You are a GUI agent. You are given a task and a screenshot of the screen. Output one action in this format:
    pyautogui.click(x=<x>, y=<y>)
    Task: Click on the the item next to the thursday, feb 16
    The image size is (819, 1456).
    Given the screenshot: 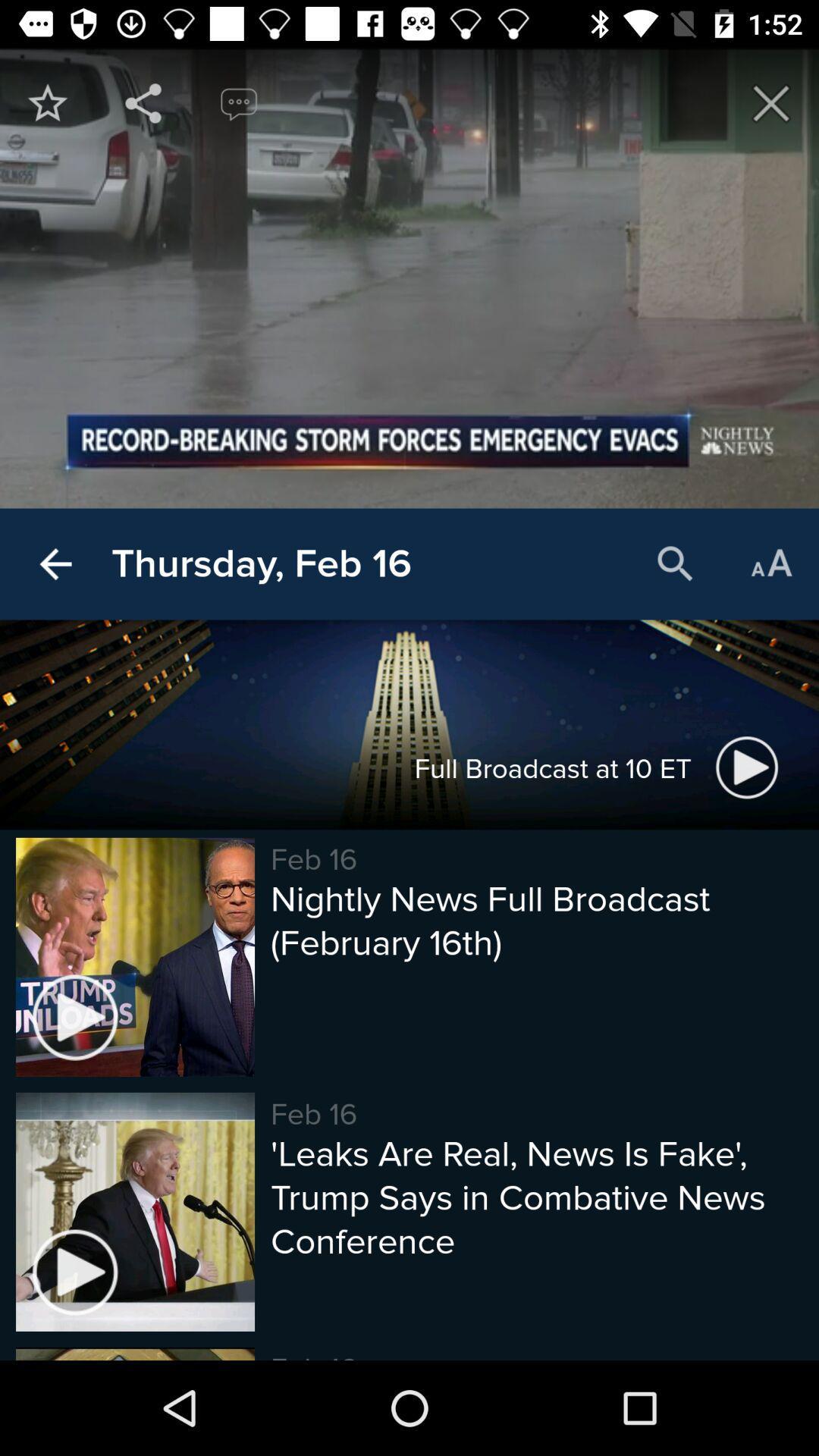 What is the action you would take?
    pyautogui.click(x=55, y=563)
    